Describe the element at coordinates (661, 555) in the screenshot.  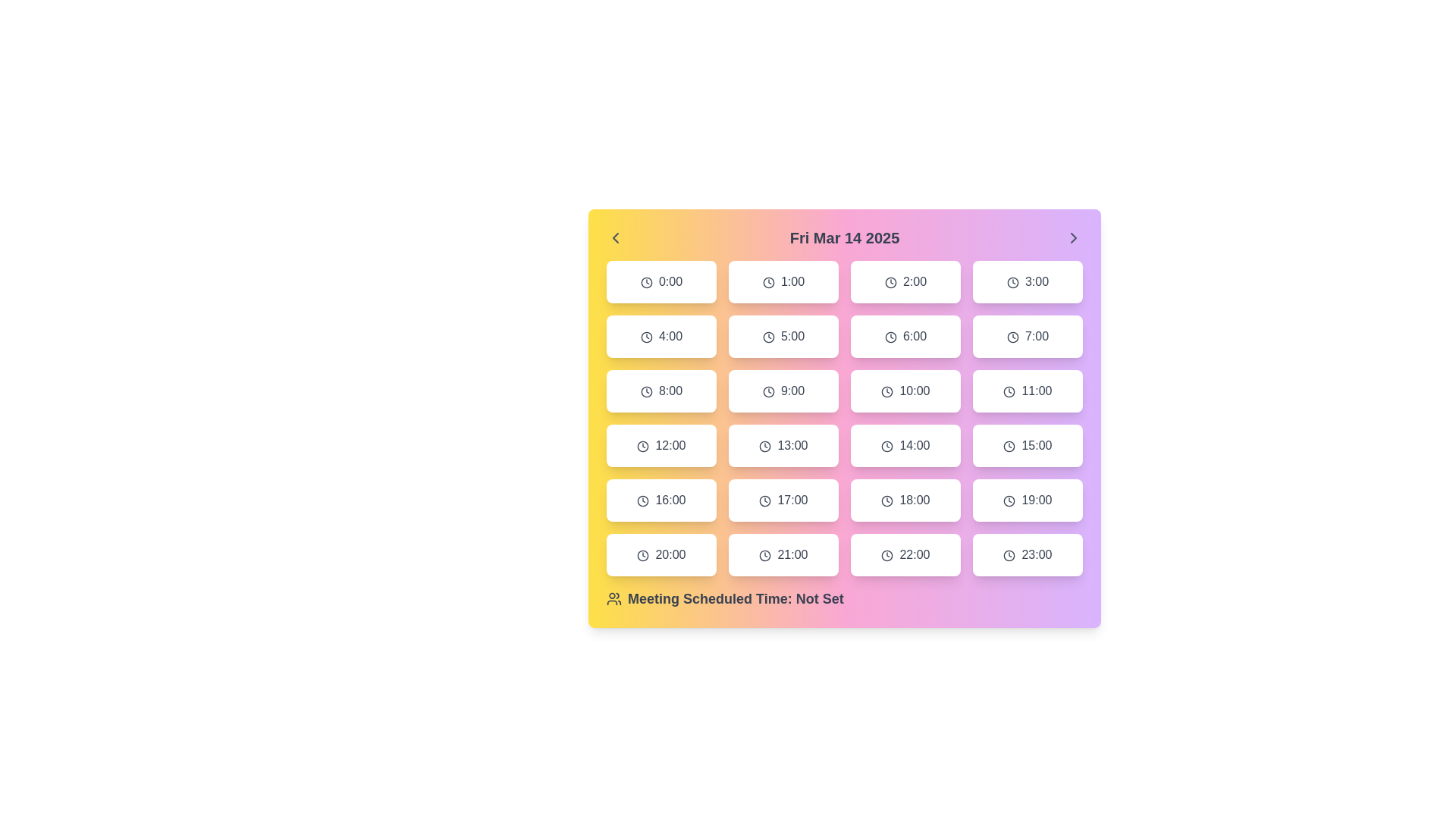
I see `the rectangular button with a white background and a clock icon, labeled '20:00', located in the sixth row and first column of the grid` at that location.